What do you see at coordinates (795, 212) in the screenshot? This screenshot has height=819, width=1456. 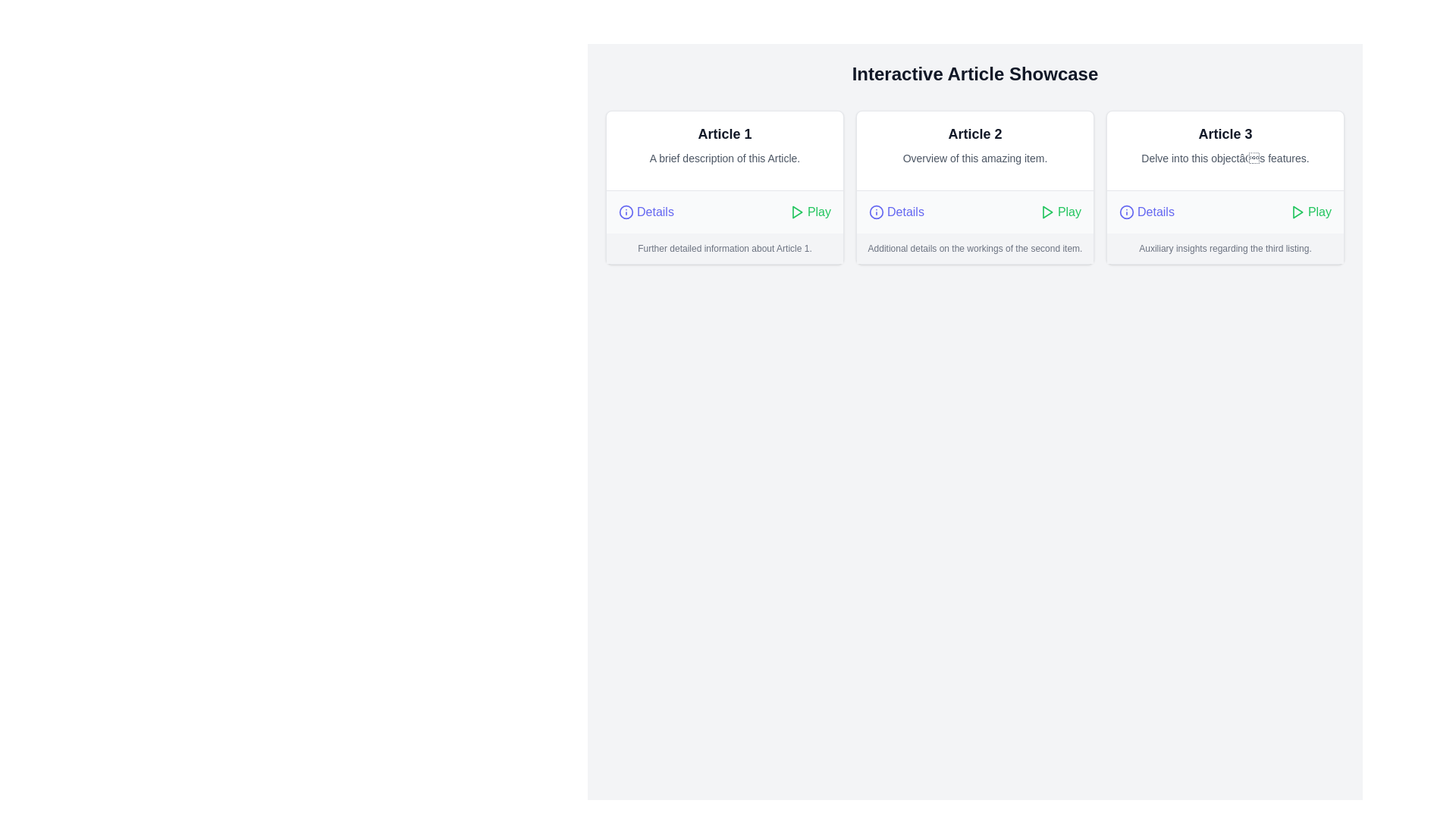 I see `the 'Play' icon located under Article 1 to initiate playback` at bounding box center [795, 212].